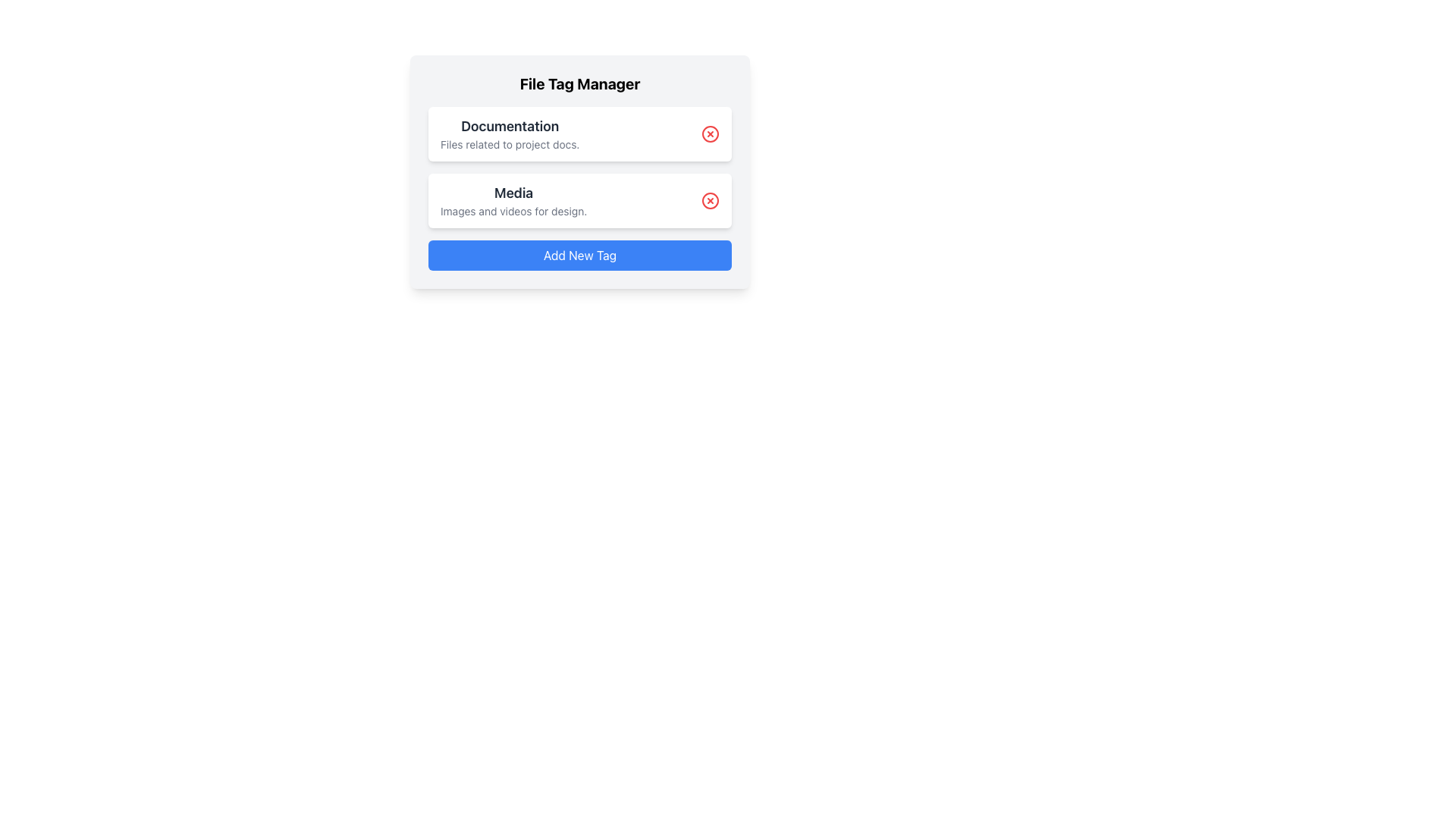  Describe the element at coordinates (709, 200) in the screenshot. I see `the delete icon button located on the right side of the 'Media' section to potentially open a context menu for removing the 'Media' tag or item` at that location.